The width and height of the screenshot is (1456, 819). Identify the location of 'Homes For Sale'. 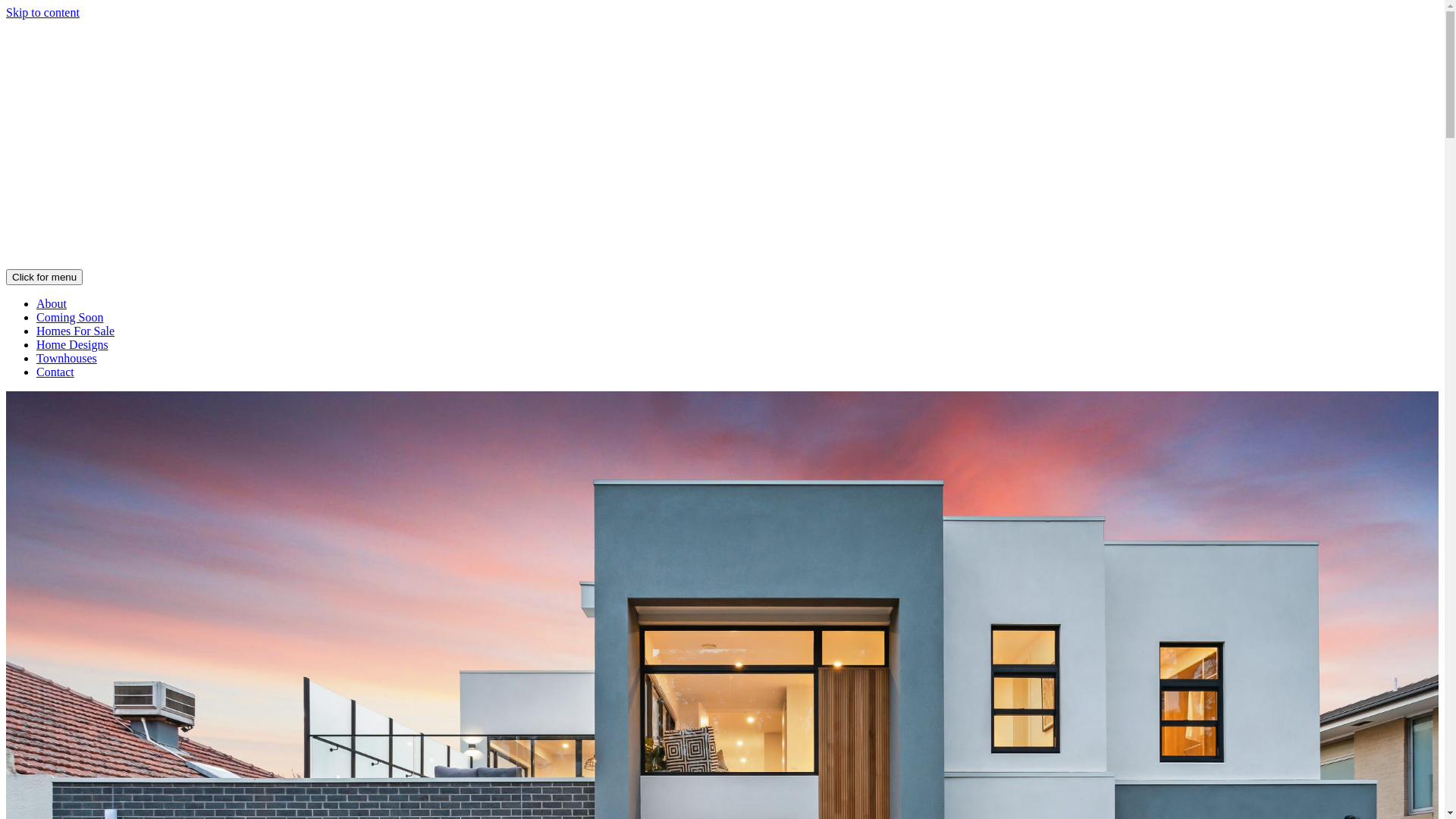
(74, 330).